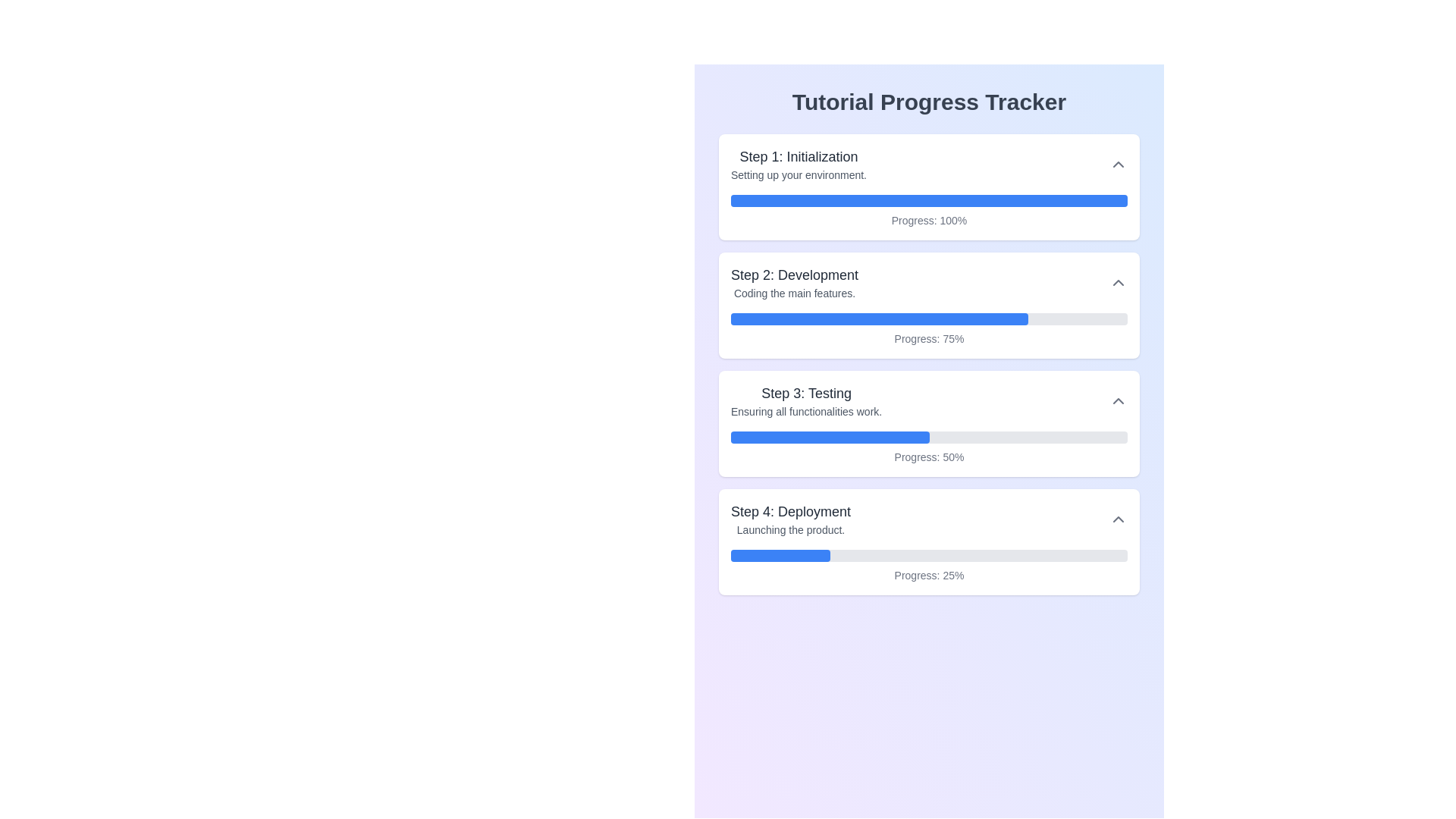  Describe the element at coordinates (928, 576) in the screenshot. I see `the text label displaying progress information for 'Step 4: Deployment', which indicates that 25% of the task is completed` at that location.